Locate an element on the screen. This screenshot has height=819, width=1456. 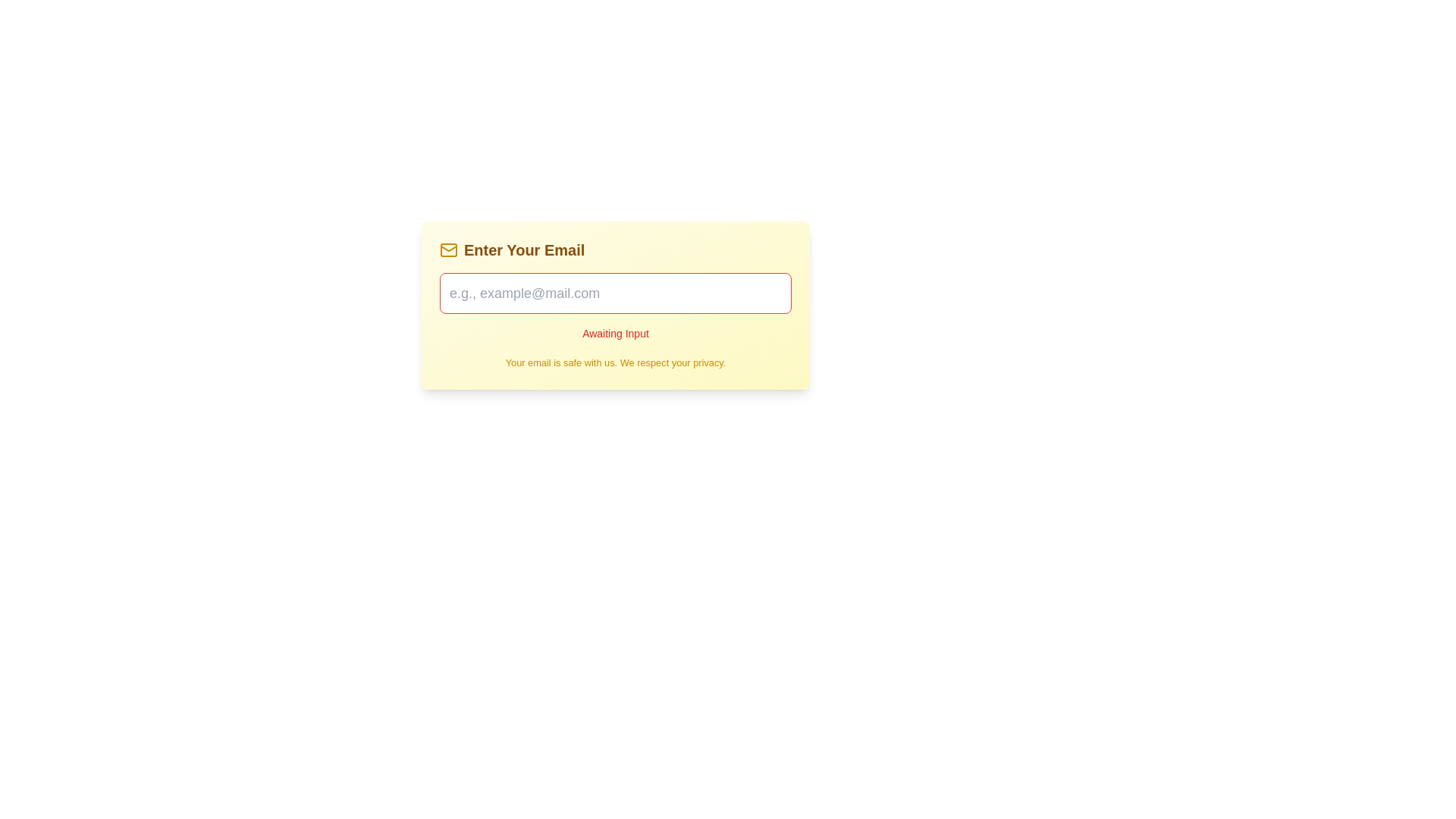
the informative disclaimer text display located below the email input field in the email input form group, which assures users about the safety and privacy of their email information is located at coordinates (615, 362).